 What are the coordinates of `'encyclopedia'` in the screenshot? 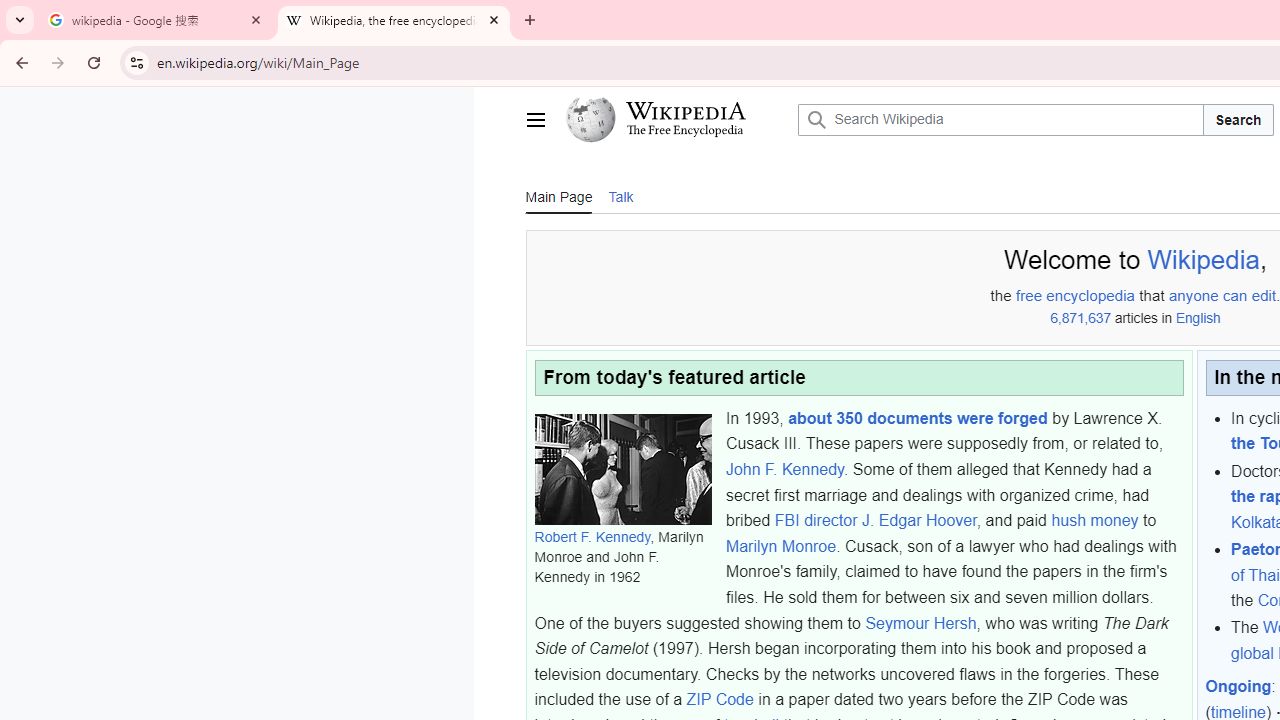 It's located at (1090, 296).